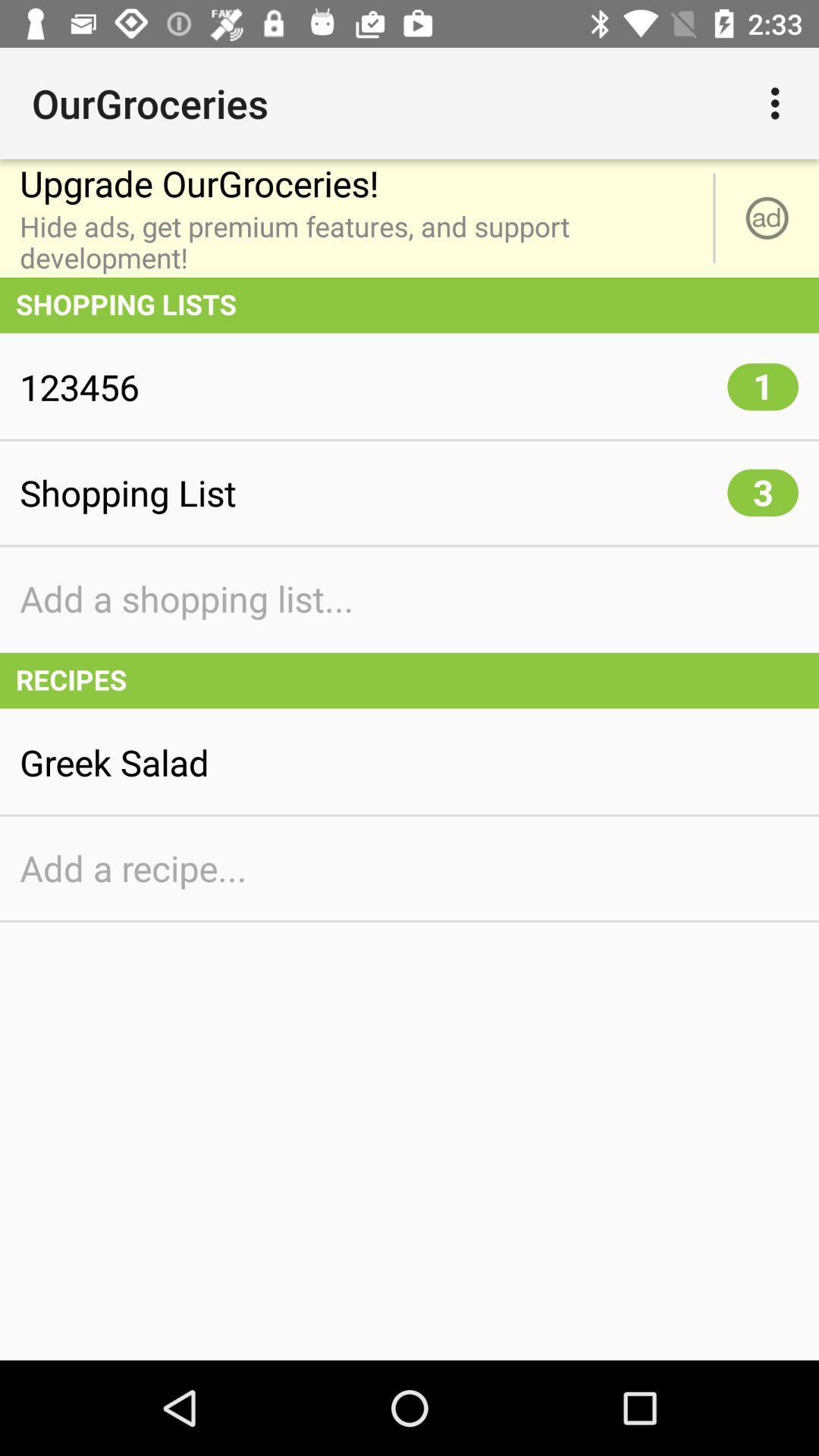 Image resolution: width=819 pixels, height=1456 pixels. What do you see at coordinates (767, 218) in the screenshot?
I see `item next to upgrade ourgroceries! icon` at bounding box center [767, 218].